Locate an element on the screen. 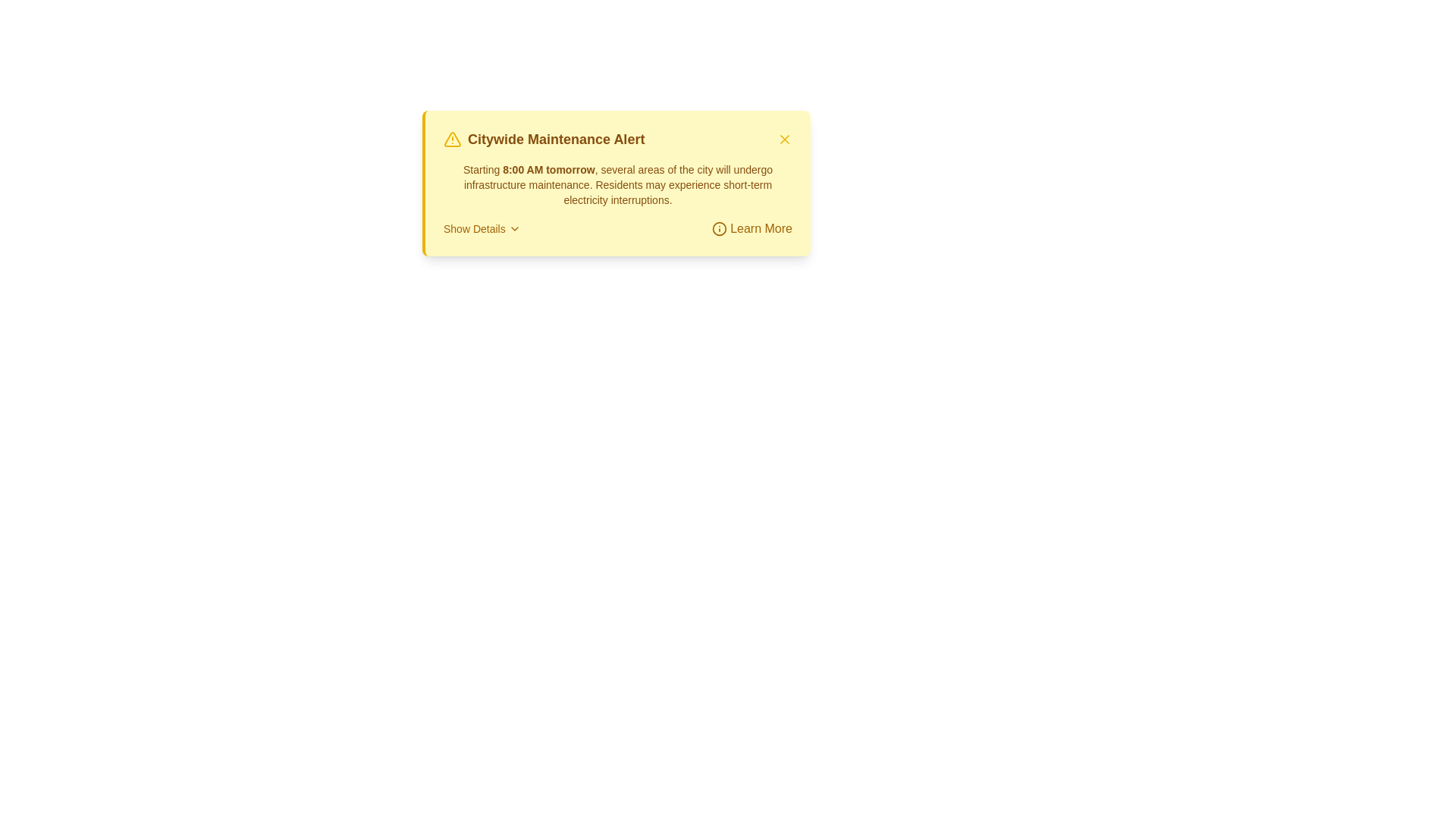  the Text Label that serves as a header for the warning message box, located in the top-left area adjacent to the alert icon is located at coordinates (544, 140).